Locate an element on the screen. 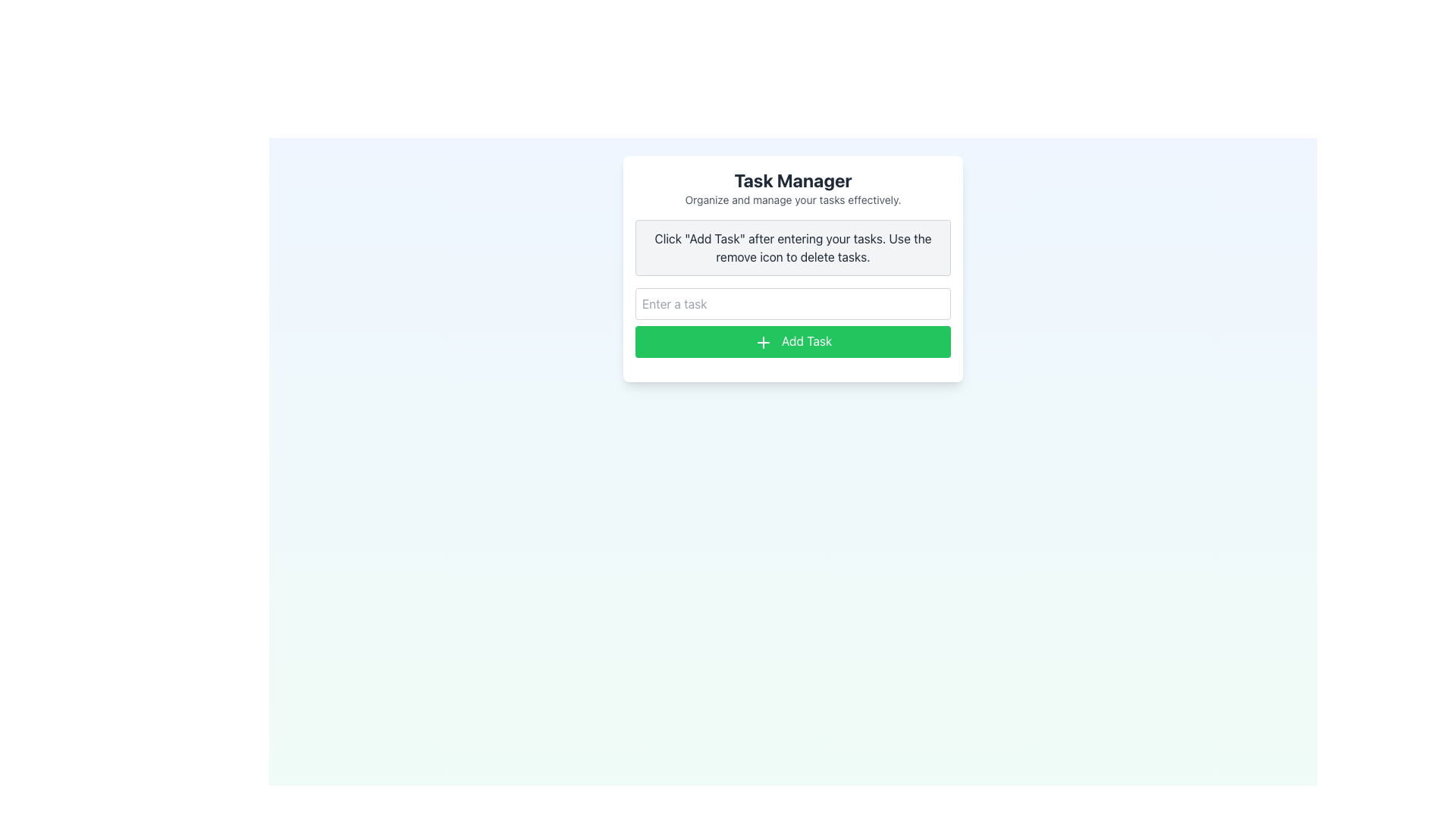  the grayish text label displaying 'Organize and manage your tasks effectively.' which is located beneath the 'Task Manager' header is located at coordinates (792, 199).